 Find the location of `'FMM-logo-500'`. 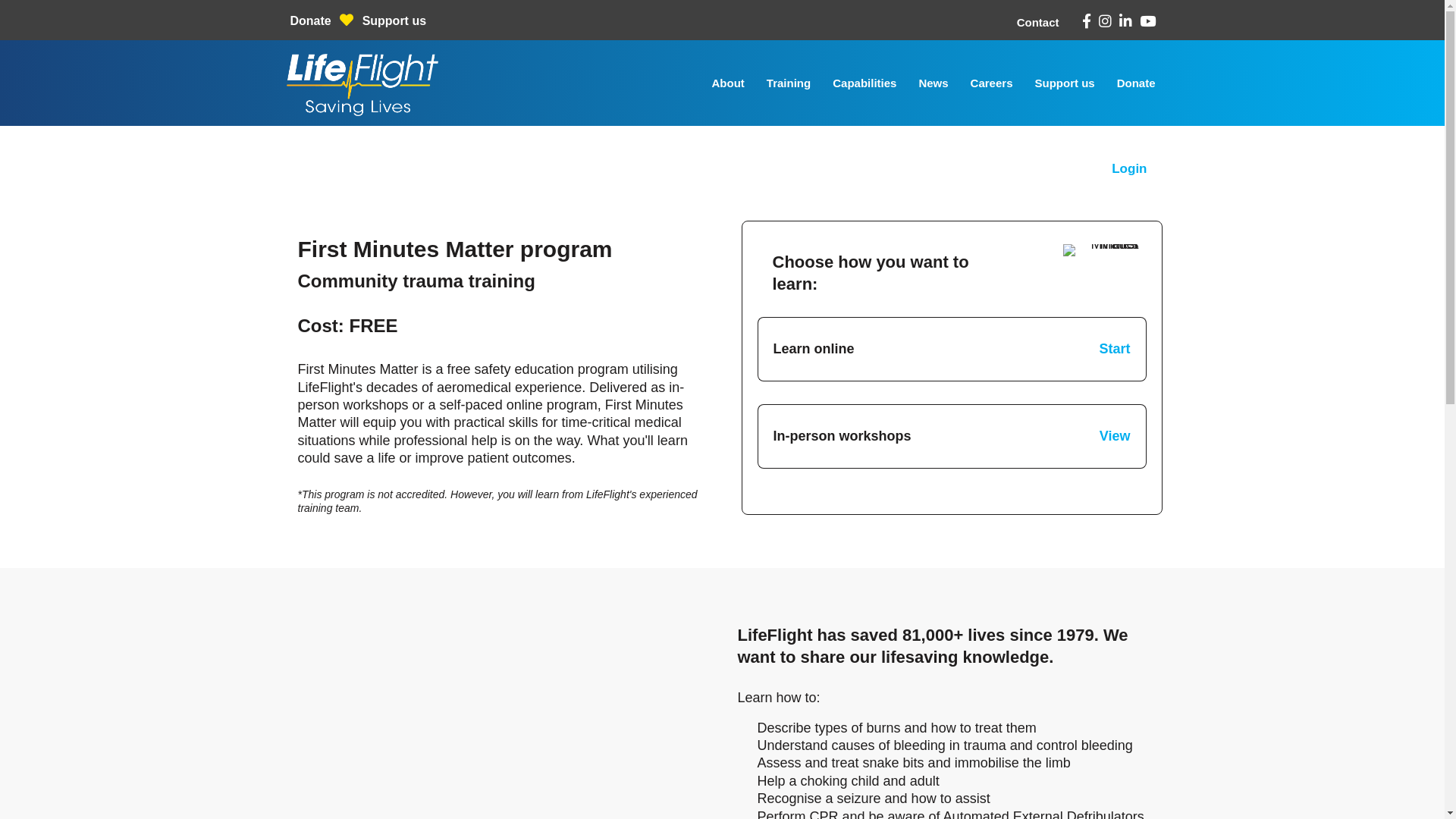

'FMM-logo-500' is located at coordinates (1101, 249).